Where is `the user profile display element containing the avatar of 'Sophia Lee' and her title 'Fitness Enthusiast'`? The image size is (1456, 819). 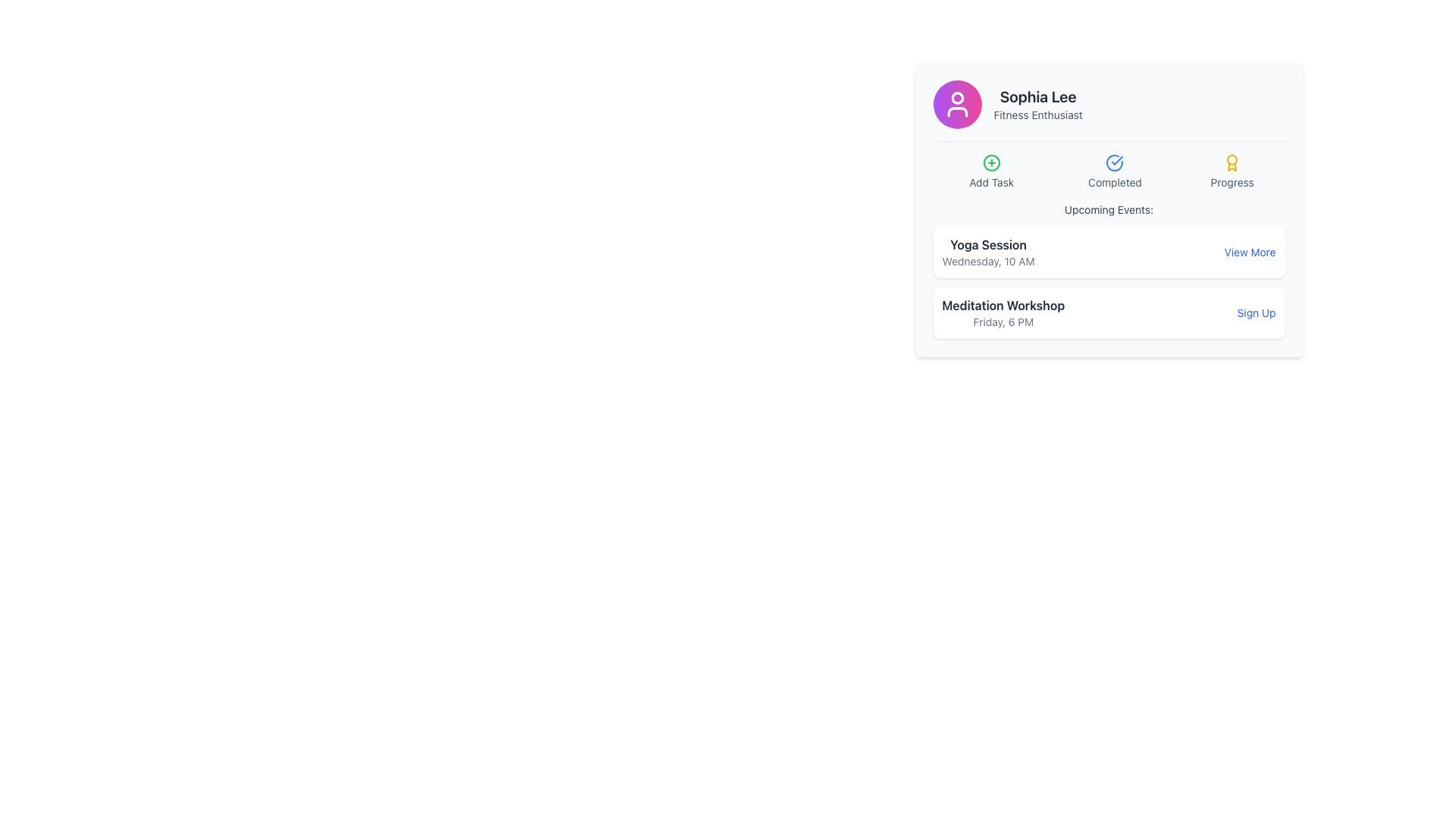 the user profile display element containing the avatar of 'Sophia Lee' and her title 'Fitness Enthusiast' is located at coordinates (1109, 110).